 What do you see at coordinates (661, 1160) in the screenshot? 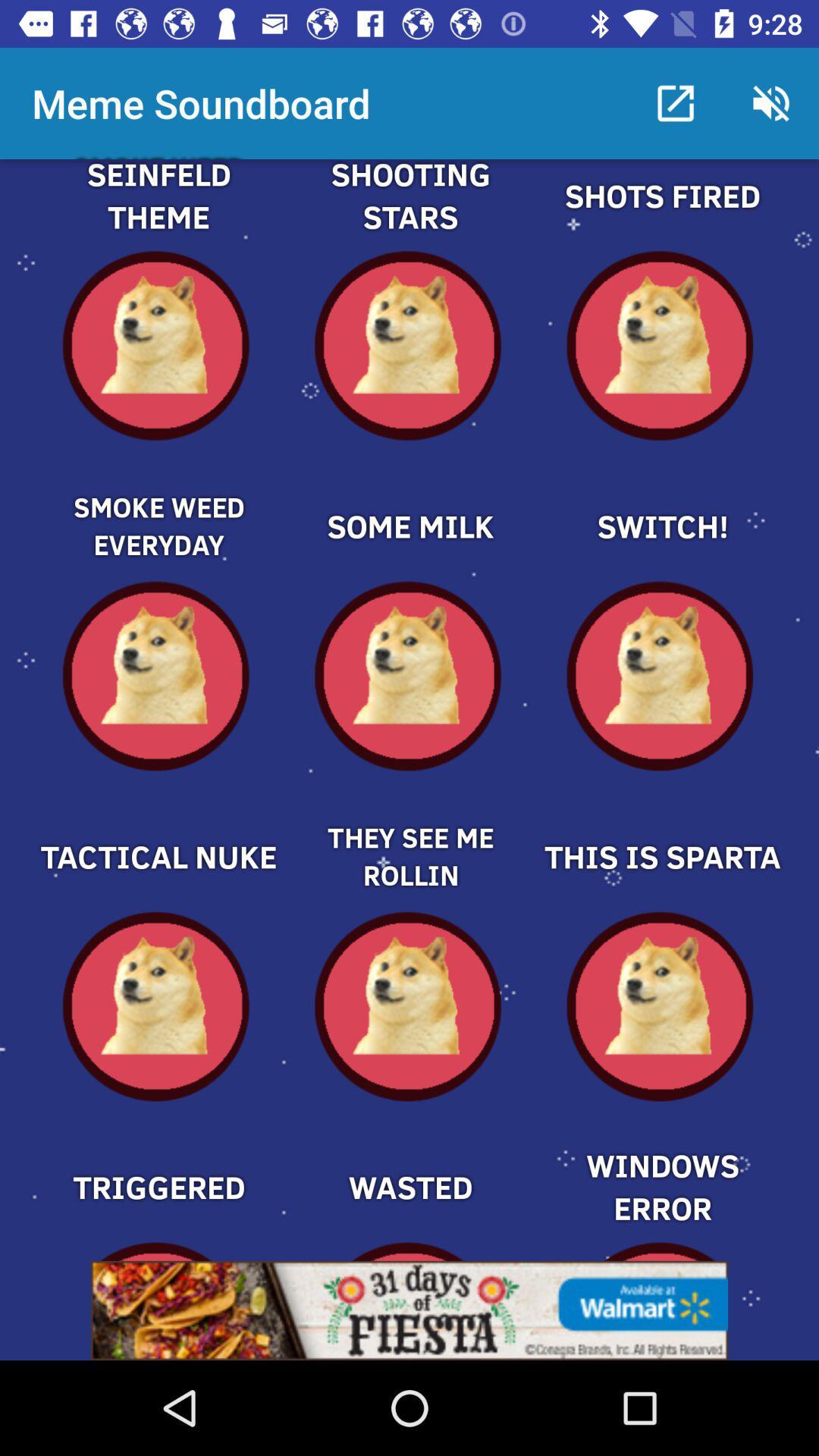
I see `choose windows error` at bounding box center [661, 1160].